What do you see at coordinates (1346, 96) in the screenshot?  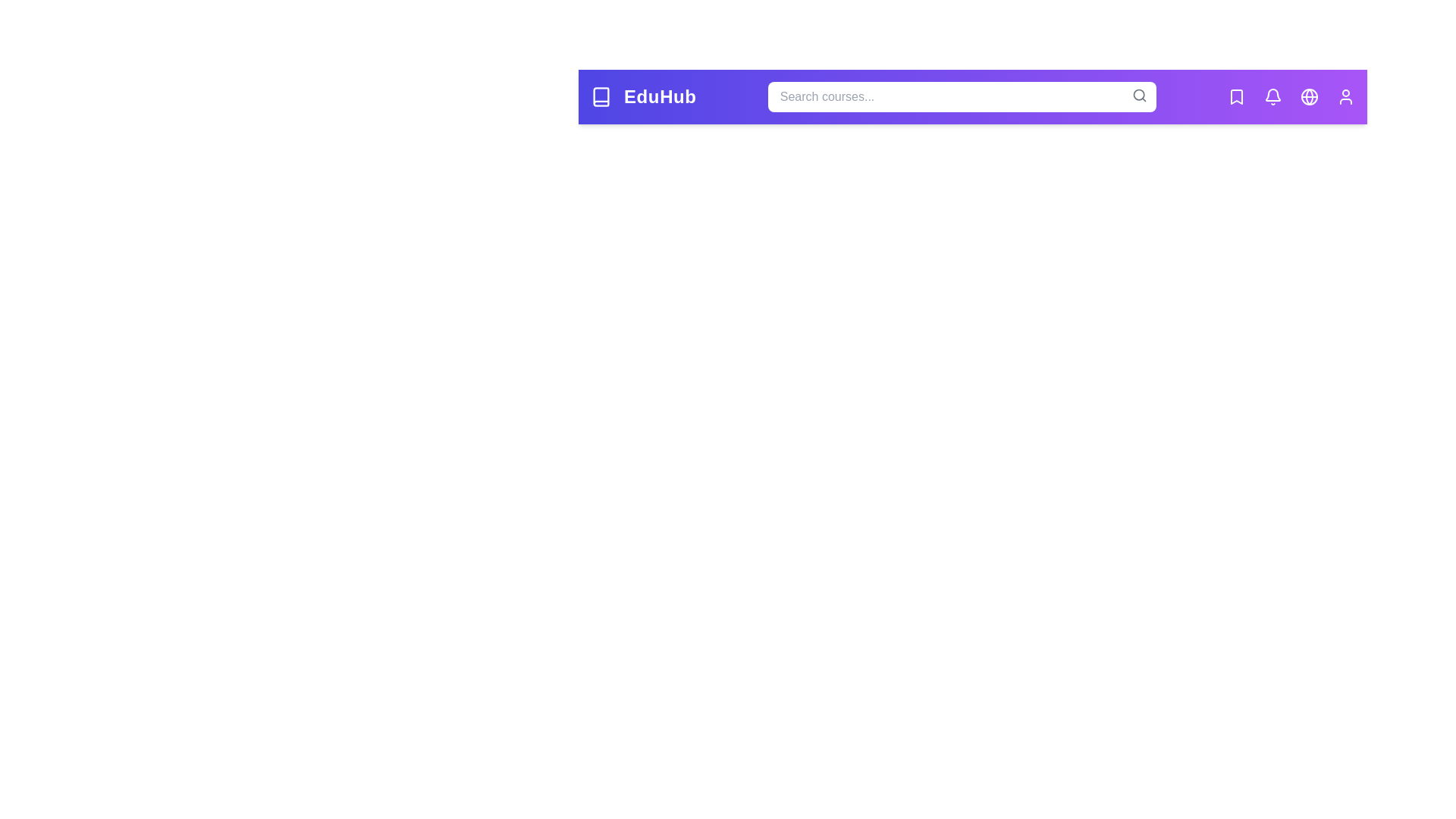 I see `the Profile icon to view its tooltip` at bounding box center [1346, 96].